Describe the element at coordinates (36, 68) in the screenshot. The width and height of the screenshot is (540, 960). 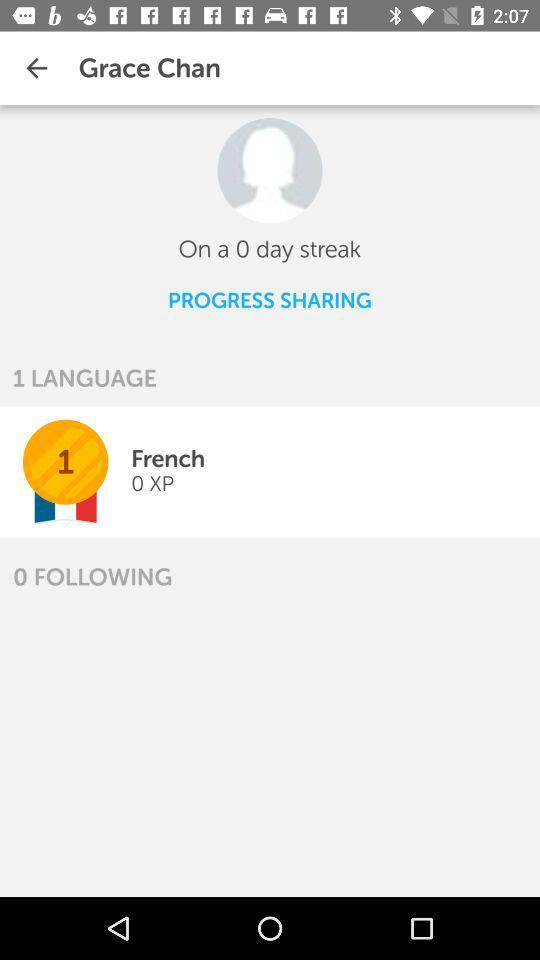
I see `app to the left of grace chan app` at that location.